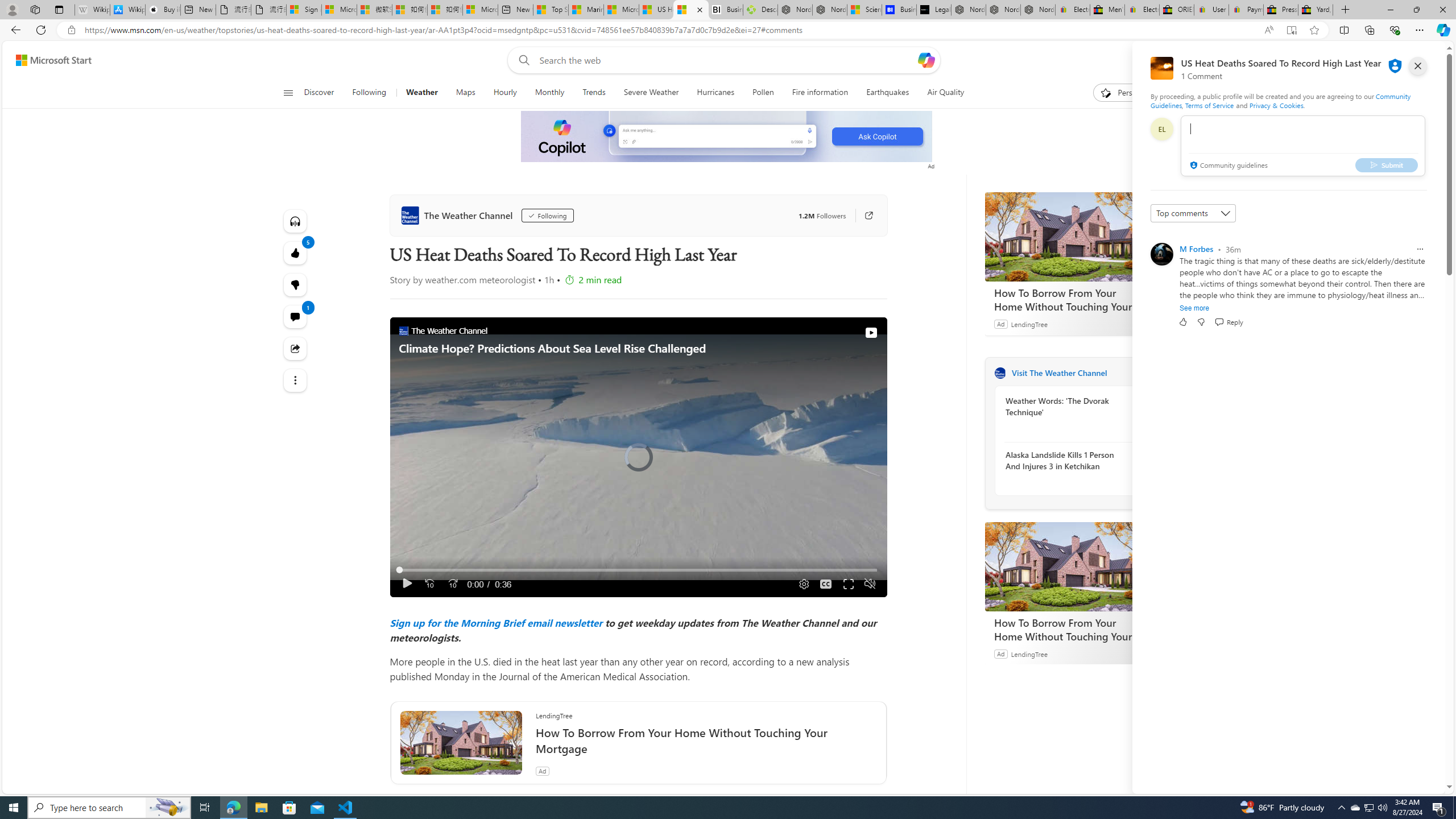  What do you see at coordinates (1192, 213) in the screenshot?
I see `'Sort comments by'` at bounding box center [1192, 213].